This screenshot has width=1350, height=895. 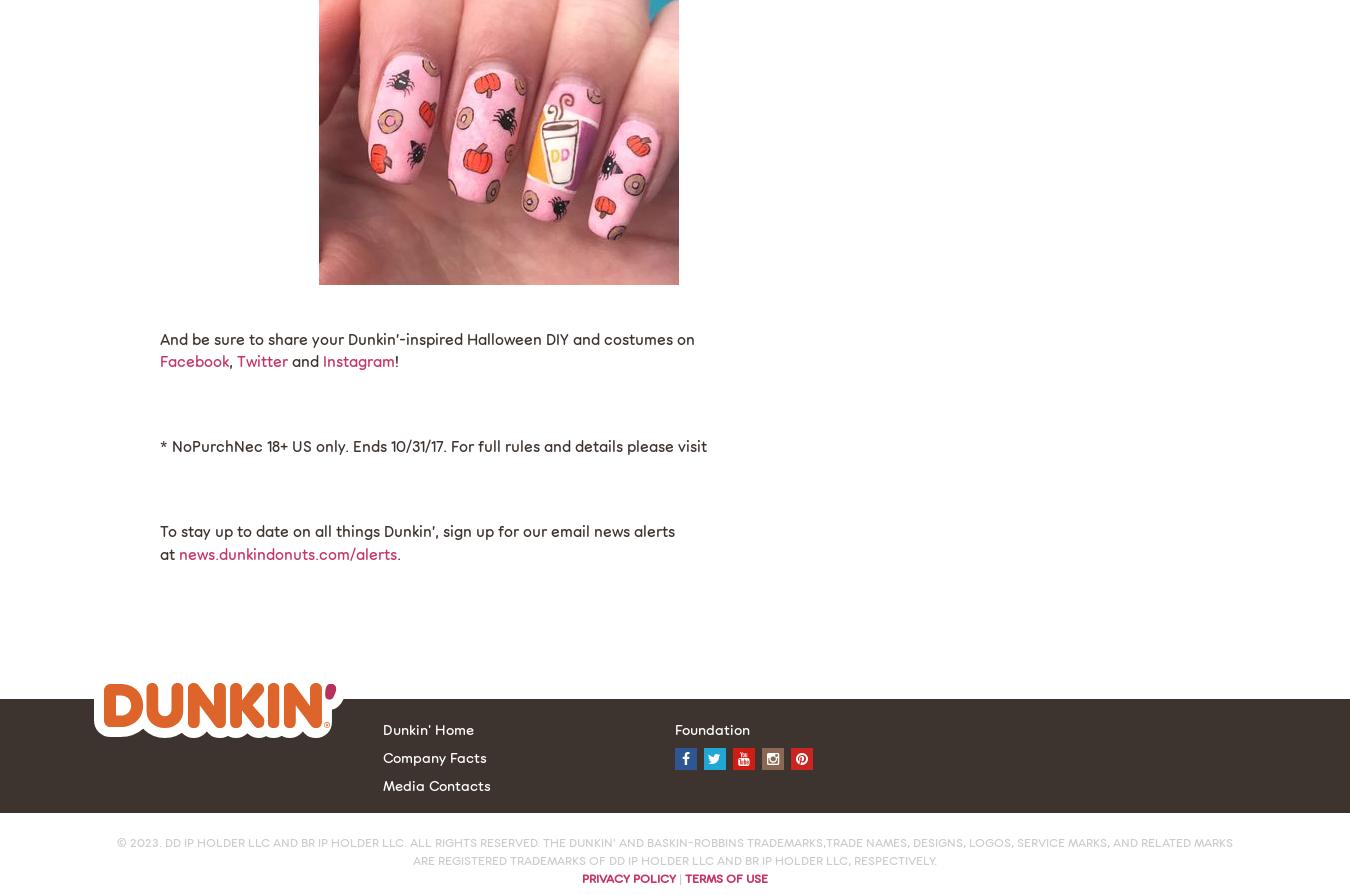 What do you see at coordinates (417, 541) in the screenshot?
I see `'To stay up to date on all things Dunkin’, sign up for our email news alerts at'` at bounding box center [417, 541].